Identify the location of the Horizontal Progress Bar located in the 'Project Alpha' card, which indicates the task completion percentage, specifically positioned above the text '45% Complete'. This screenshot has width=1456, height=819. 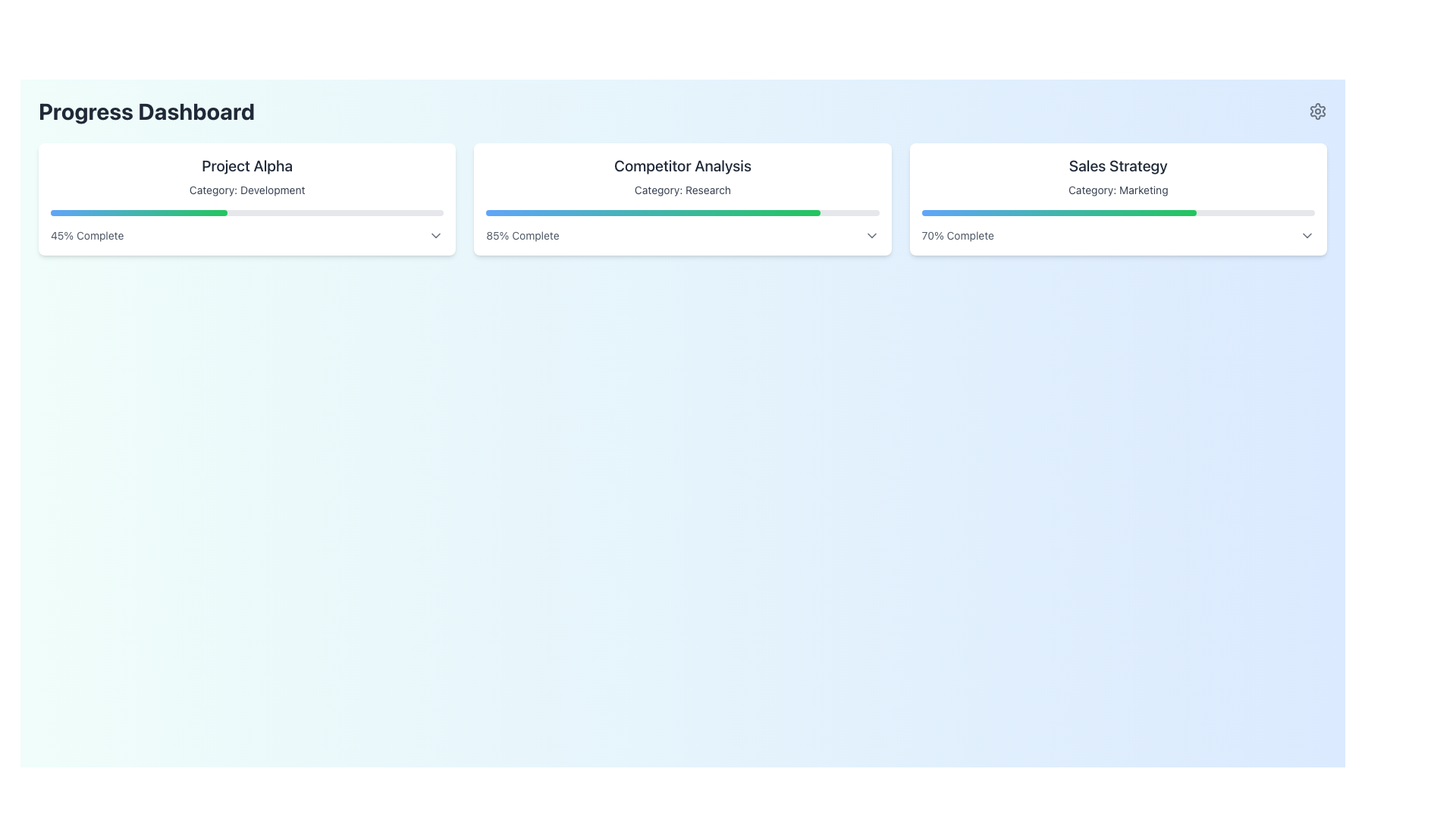
(247, 213).